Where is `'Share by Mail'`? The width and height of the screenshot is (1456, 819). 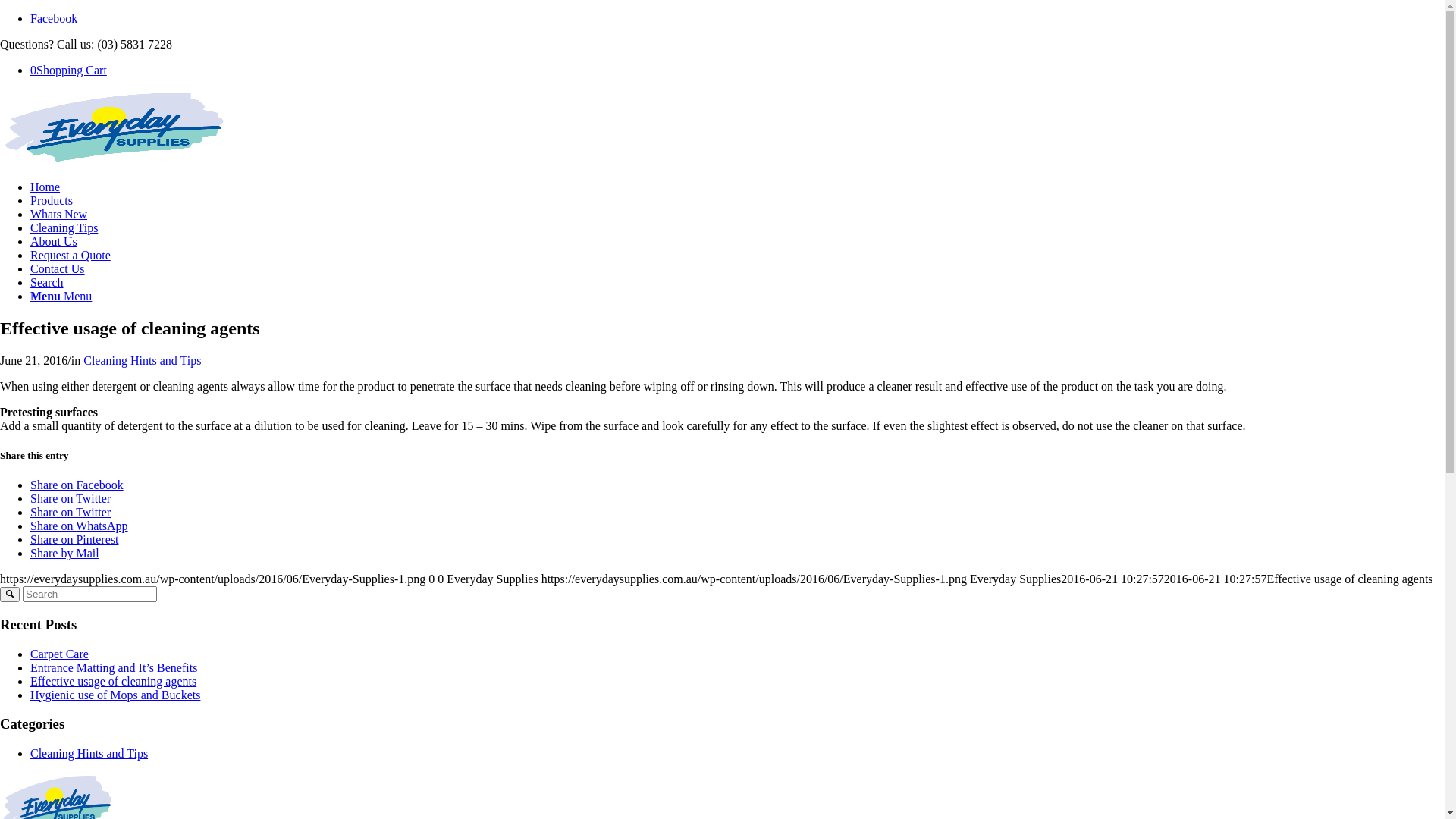
'Share by Mail' is located at coordinates (30, 553).